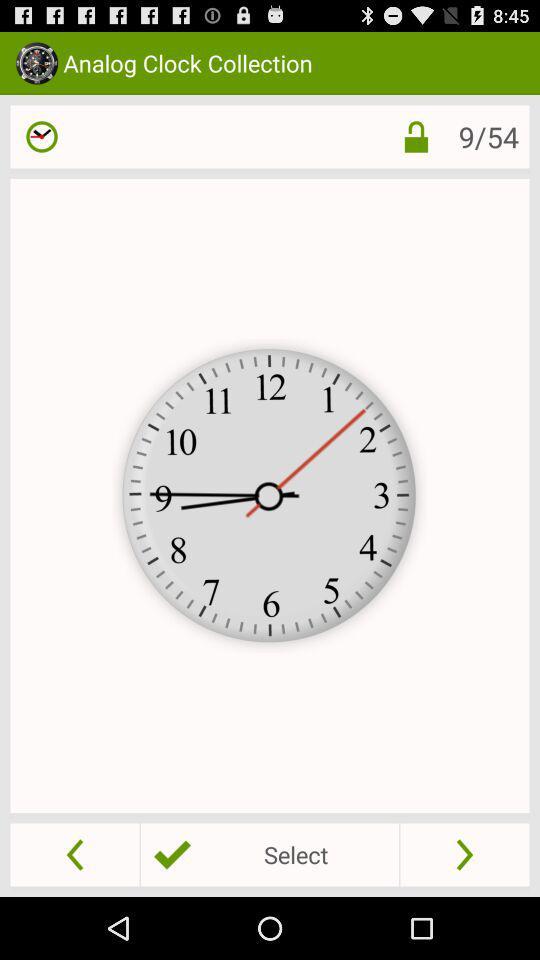 The height and width of the screenshot is (960, 540). What do you see at coordinates (74, 853) in the screenshot?
I see `go back` at bounding box center [74, 853].